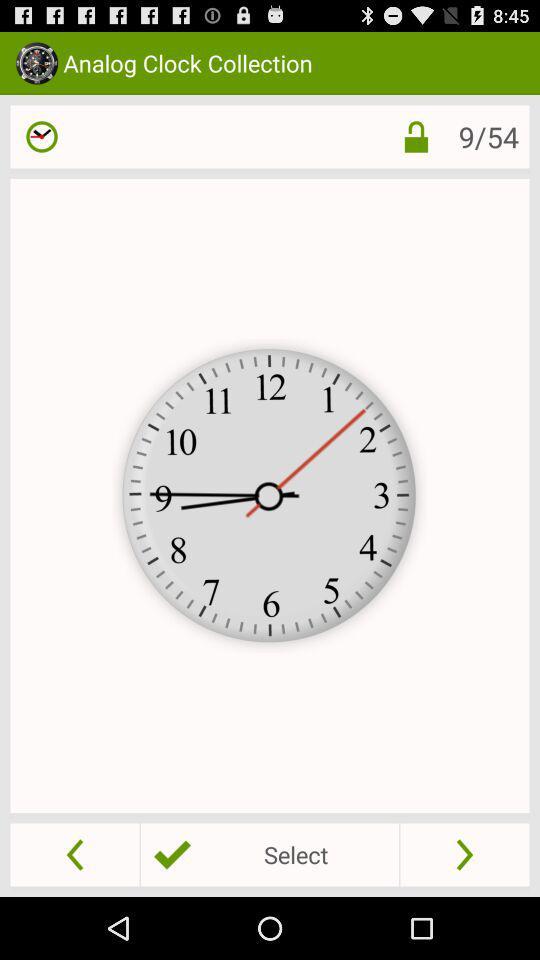 The height and width of the screenshot is (960, 540). What do you see at coordinates (74, 853) in the screenshot?
I see `go back` at bounding box center [74, 853].